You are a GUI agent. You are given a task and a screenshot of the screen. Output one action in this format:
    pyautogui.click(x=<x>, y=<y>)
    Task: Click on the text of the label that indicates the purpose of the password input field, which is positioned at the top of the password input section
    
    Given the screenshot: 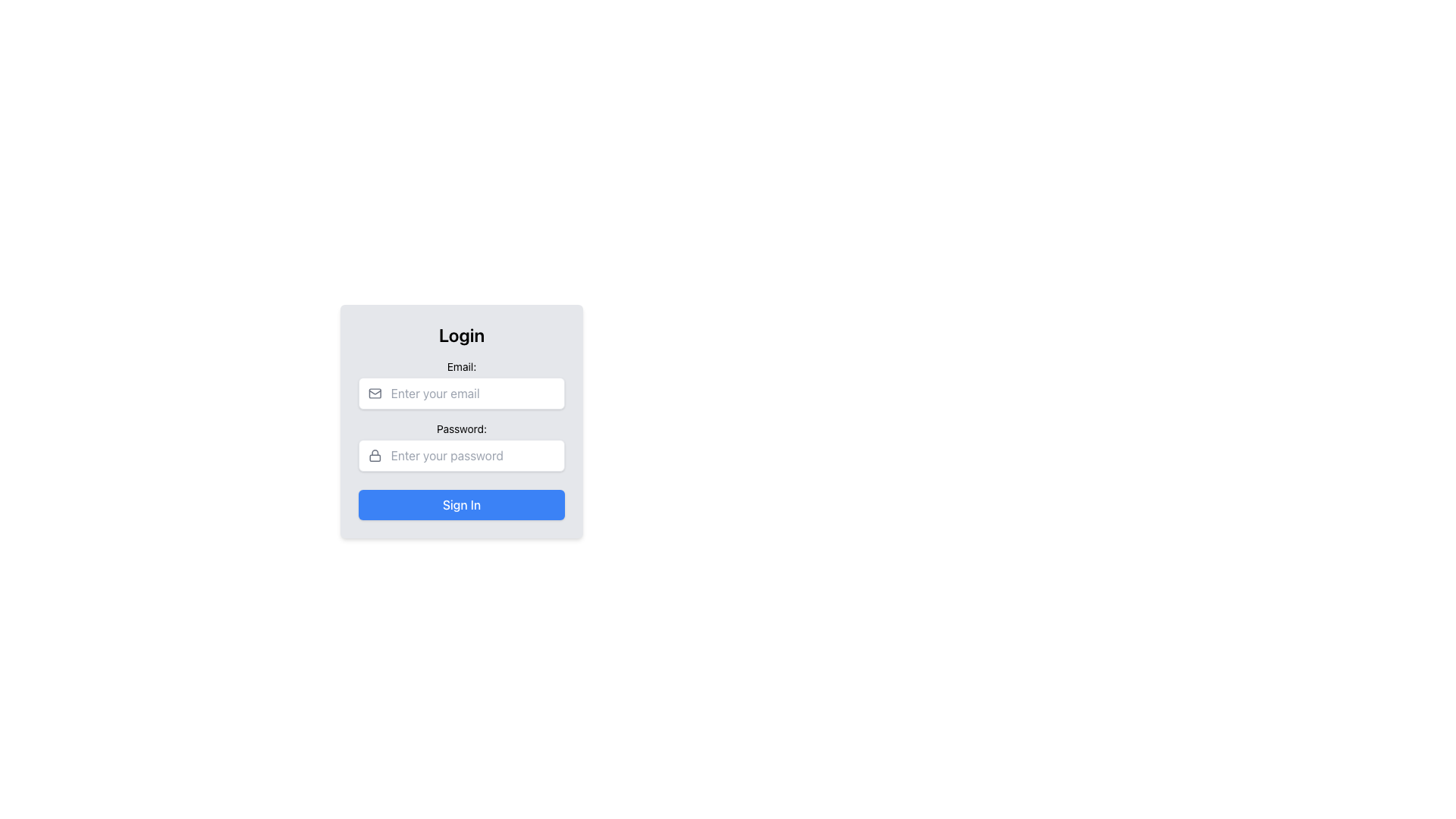 What is the action you would take?
    pyautogui.click(x=461, y=429)
    